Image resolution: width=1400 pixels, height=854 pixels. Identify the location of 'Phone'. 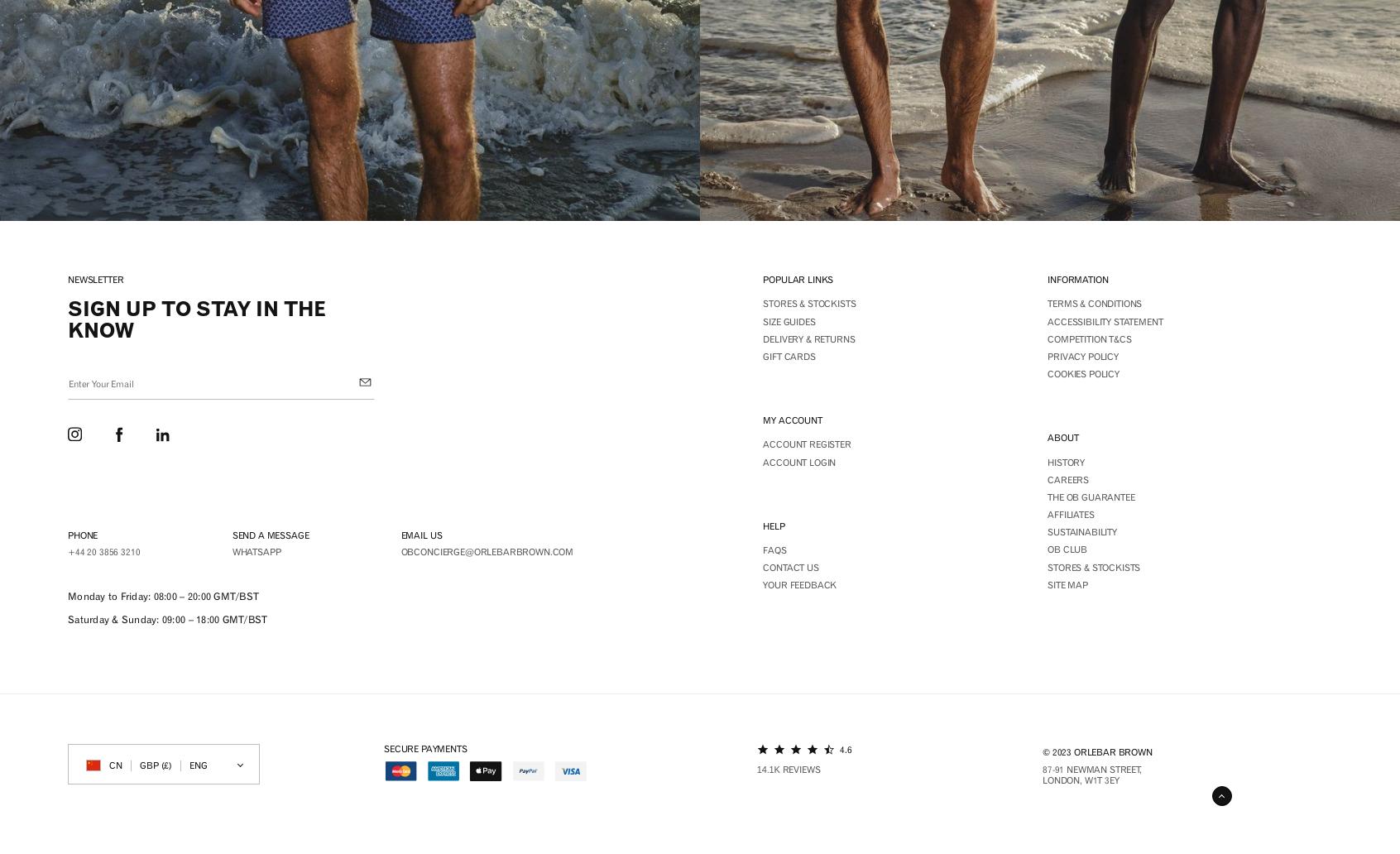
(82, 534).